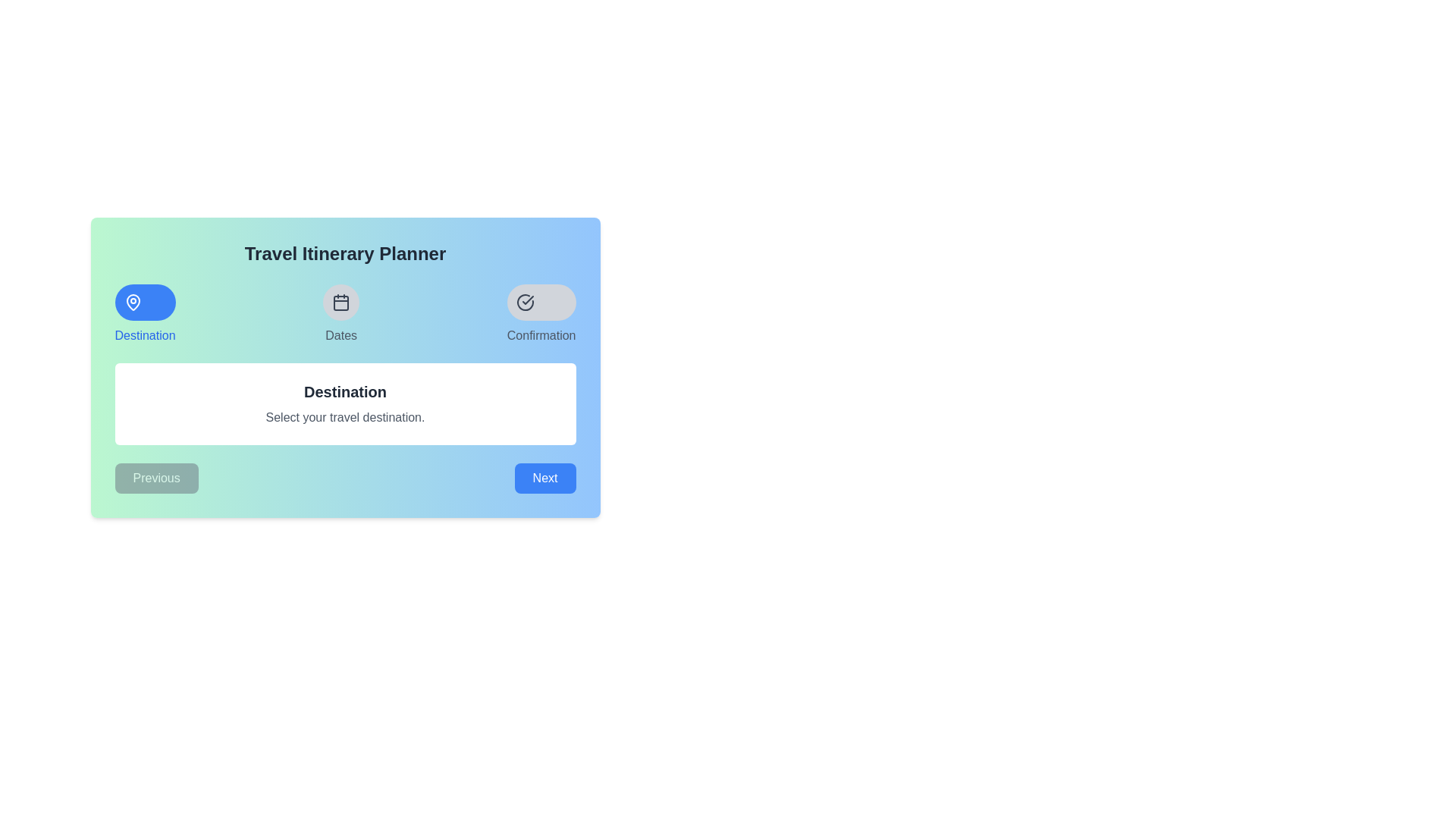 This screenshot has width=1456, height=819. I want to click on the 'Previous' button on the navigation bar, which is located at the bottom of the card layout and is styled in gray with rounded corners, so click(344, 479).